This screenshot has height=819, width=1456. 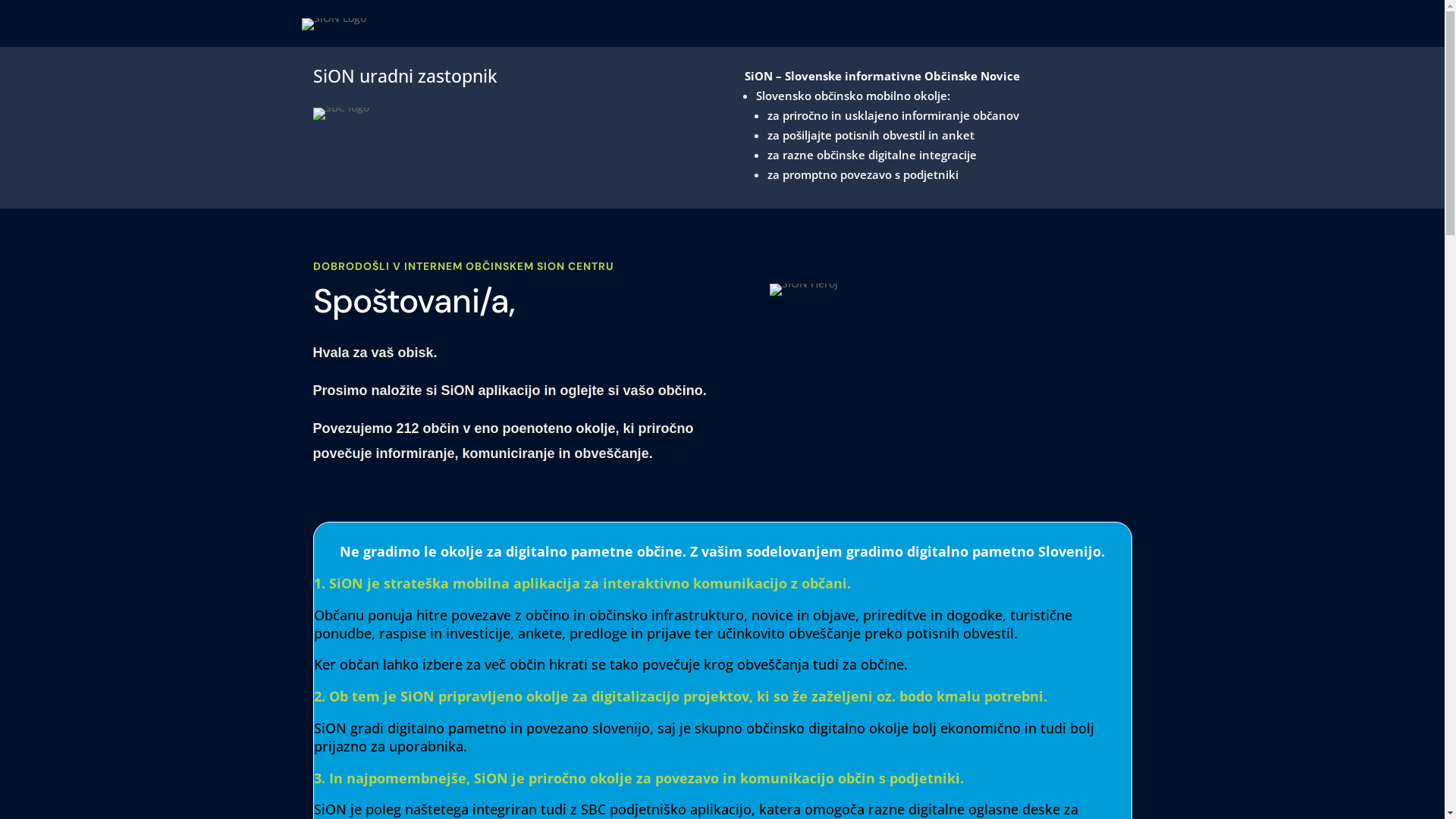 I want to click on 'SiON-app', so click(x=803, y=289).